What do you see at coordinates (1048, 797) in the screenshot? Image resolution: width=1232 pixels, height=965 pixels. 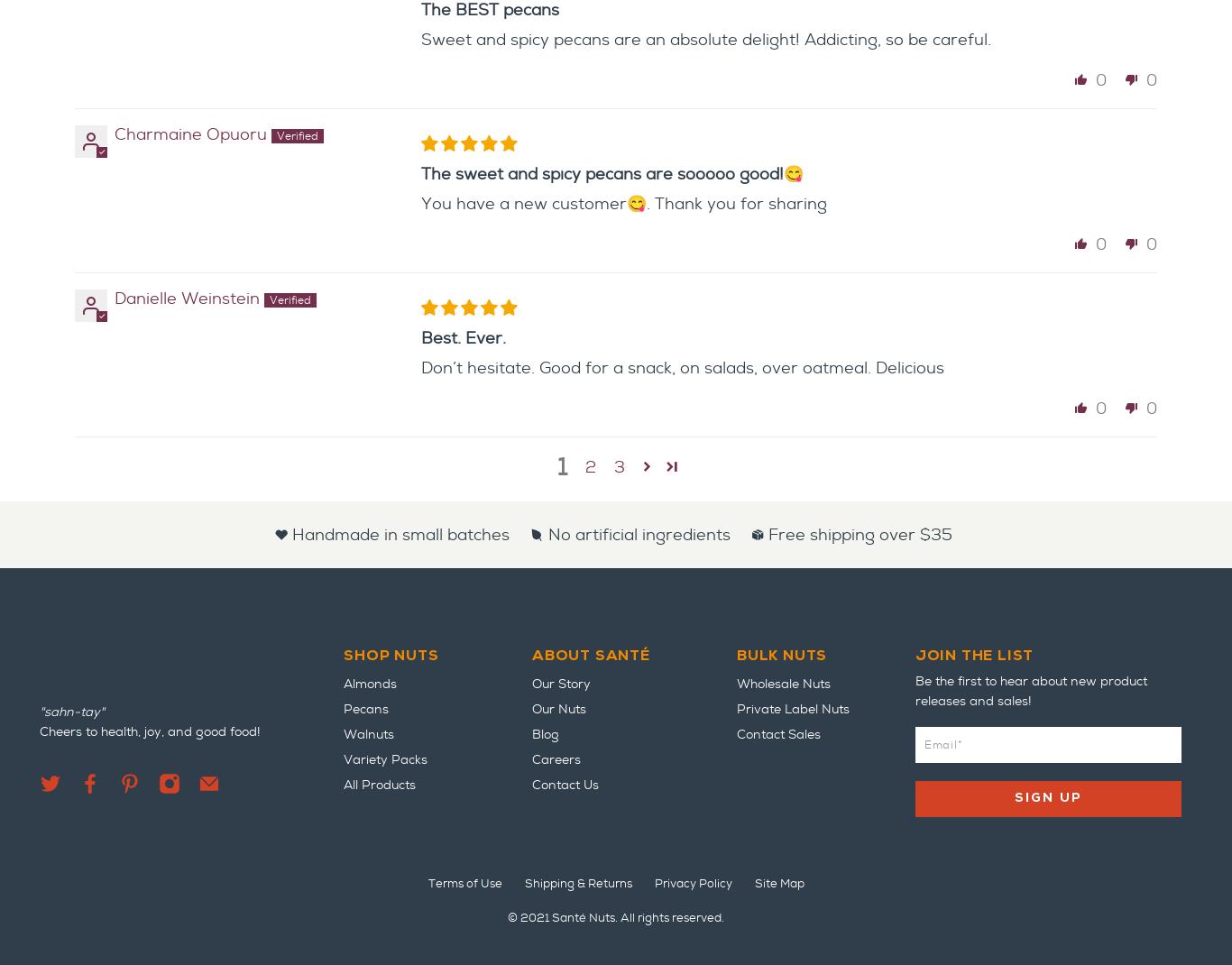 I see `'Sign Up'` at bounding box center [1048, 797].